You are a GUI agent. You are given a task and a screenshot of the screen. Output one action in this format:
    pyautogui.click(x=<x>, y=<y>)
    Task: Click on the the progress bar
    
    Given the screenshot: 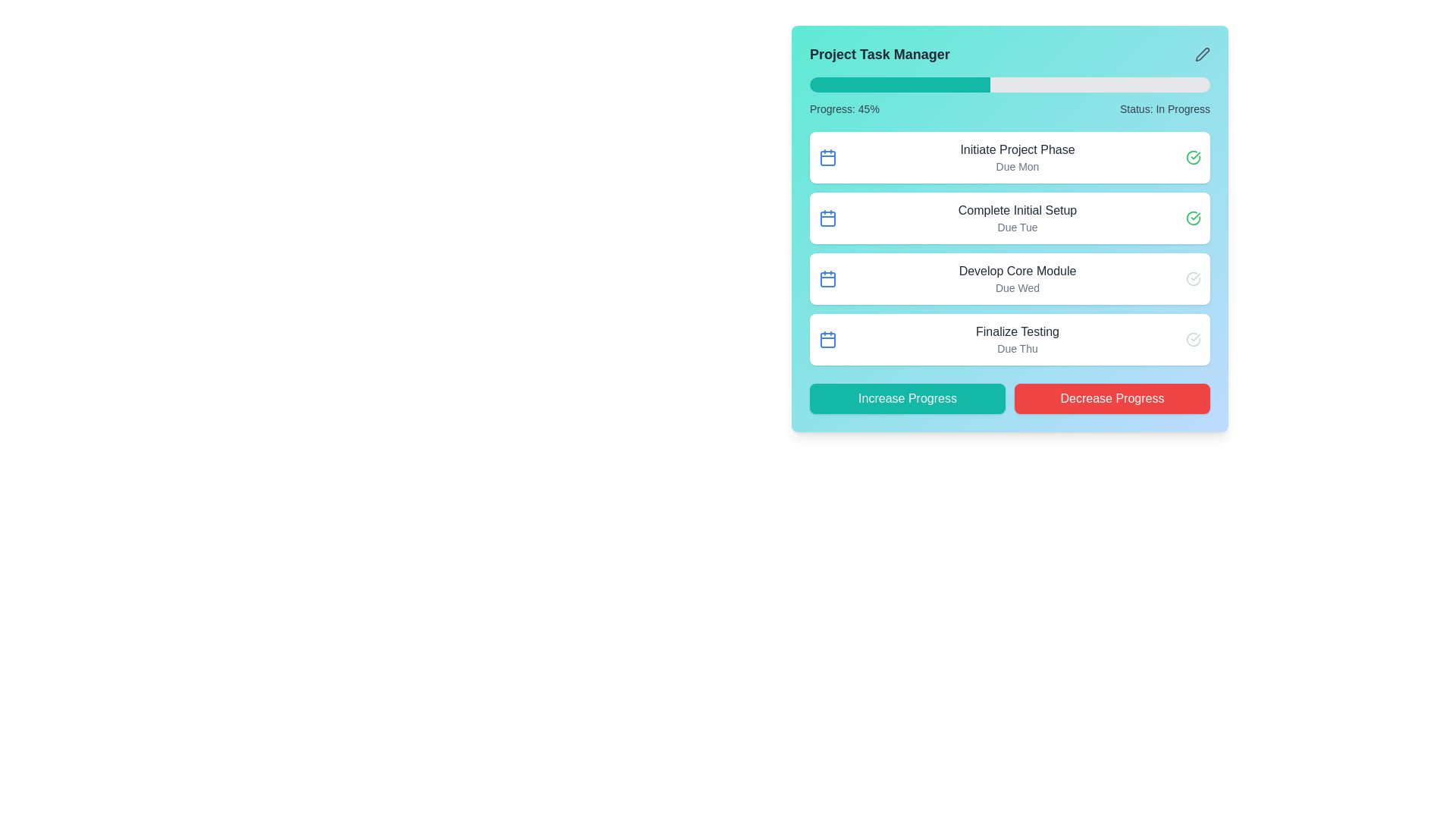 What is the action you would take?
    pyautogui.click(x=864, y=84)
    